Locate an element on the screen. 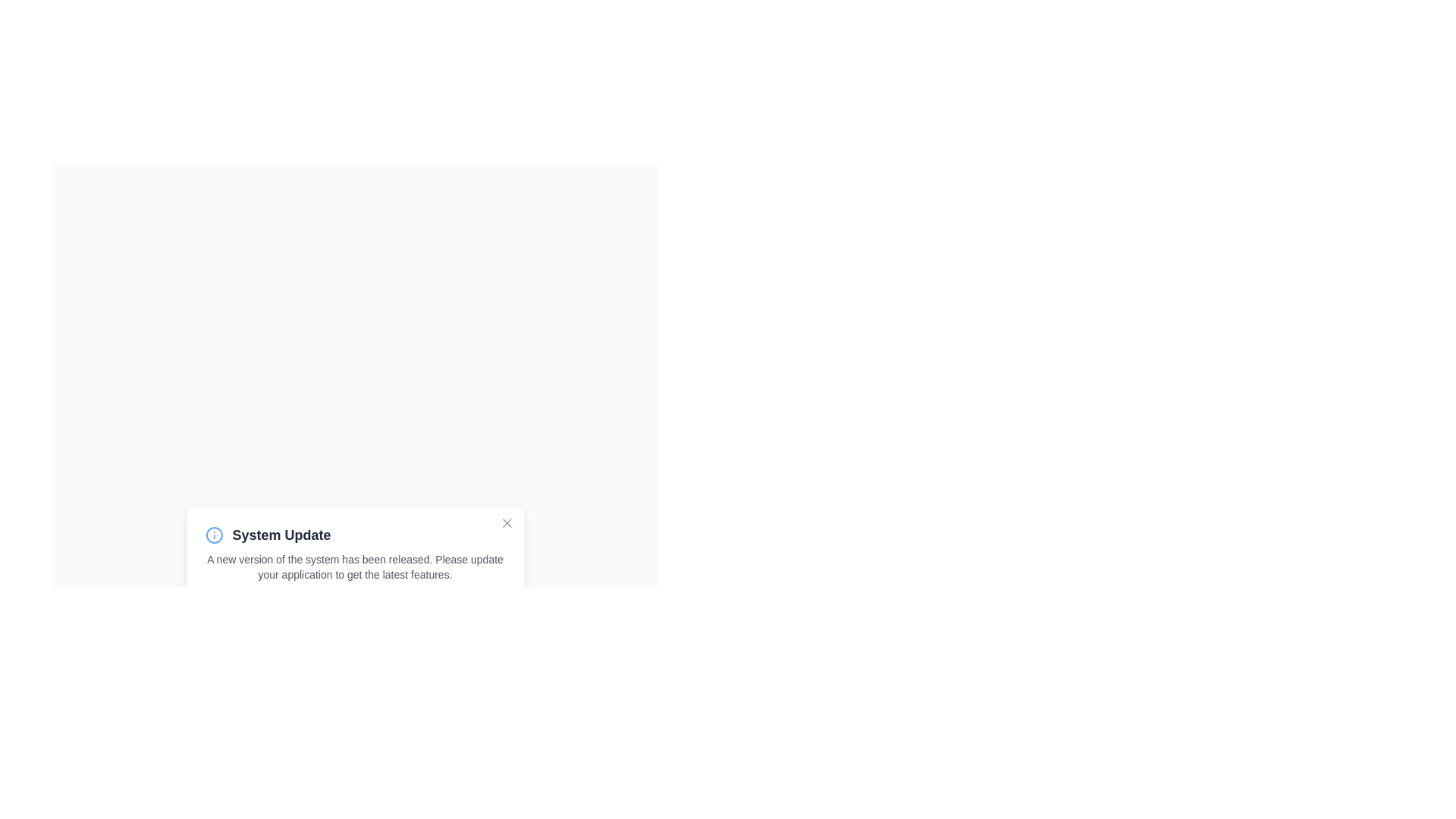 This screenshot has height=819, width=1456. SVG circle element that serves as an information symbol within the 'System Update' notification card is located at coordinates (213, 534).